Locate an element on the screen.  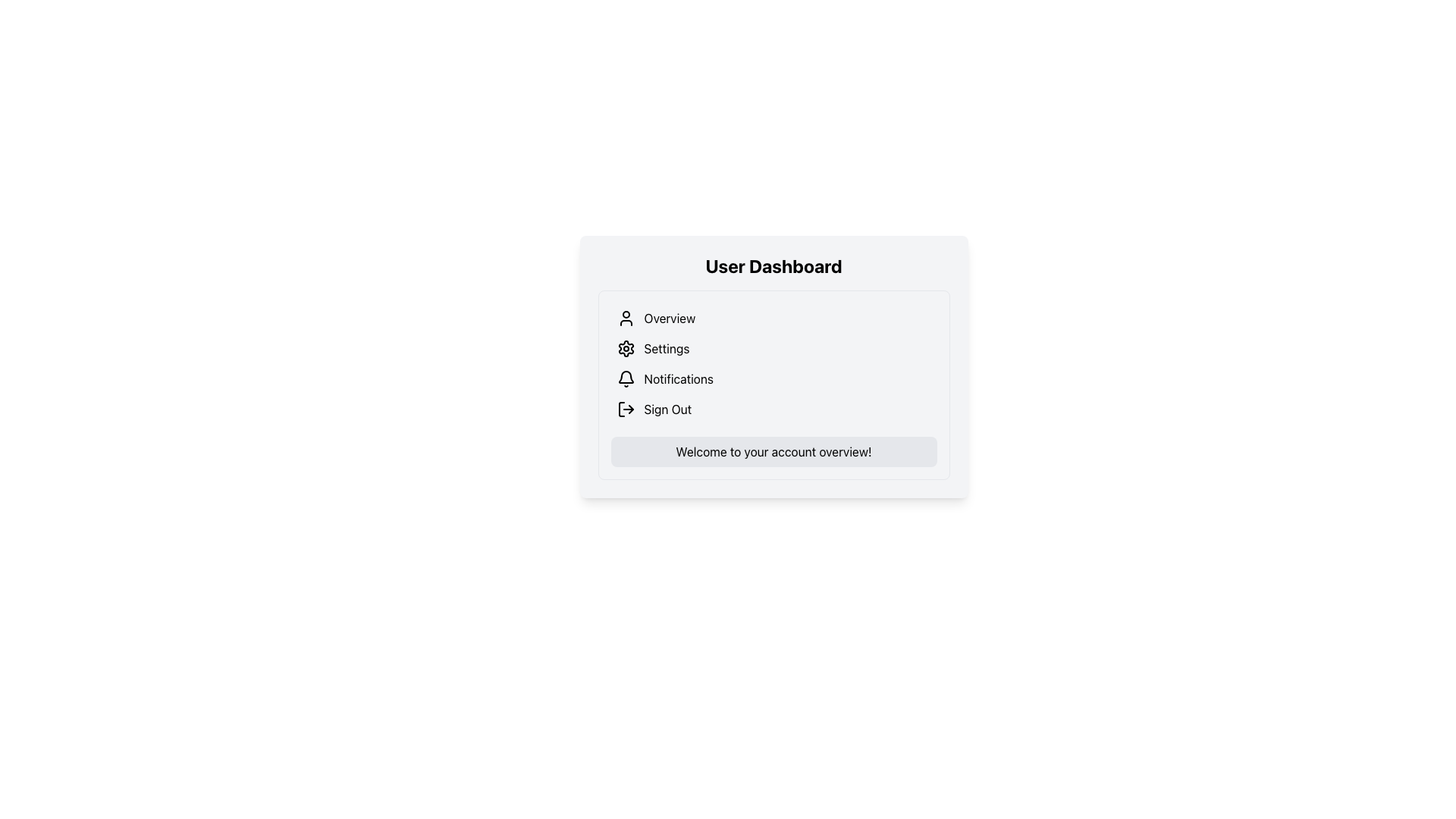
the bell-shaped graphic that represents the notifications feature in the dashboard interface is located at coordinates (626, 376).